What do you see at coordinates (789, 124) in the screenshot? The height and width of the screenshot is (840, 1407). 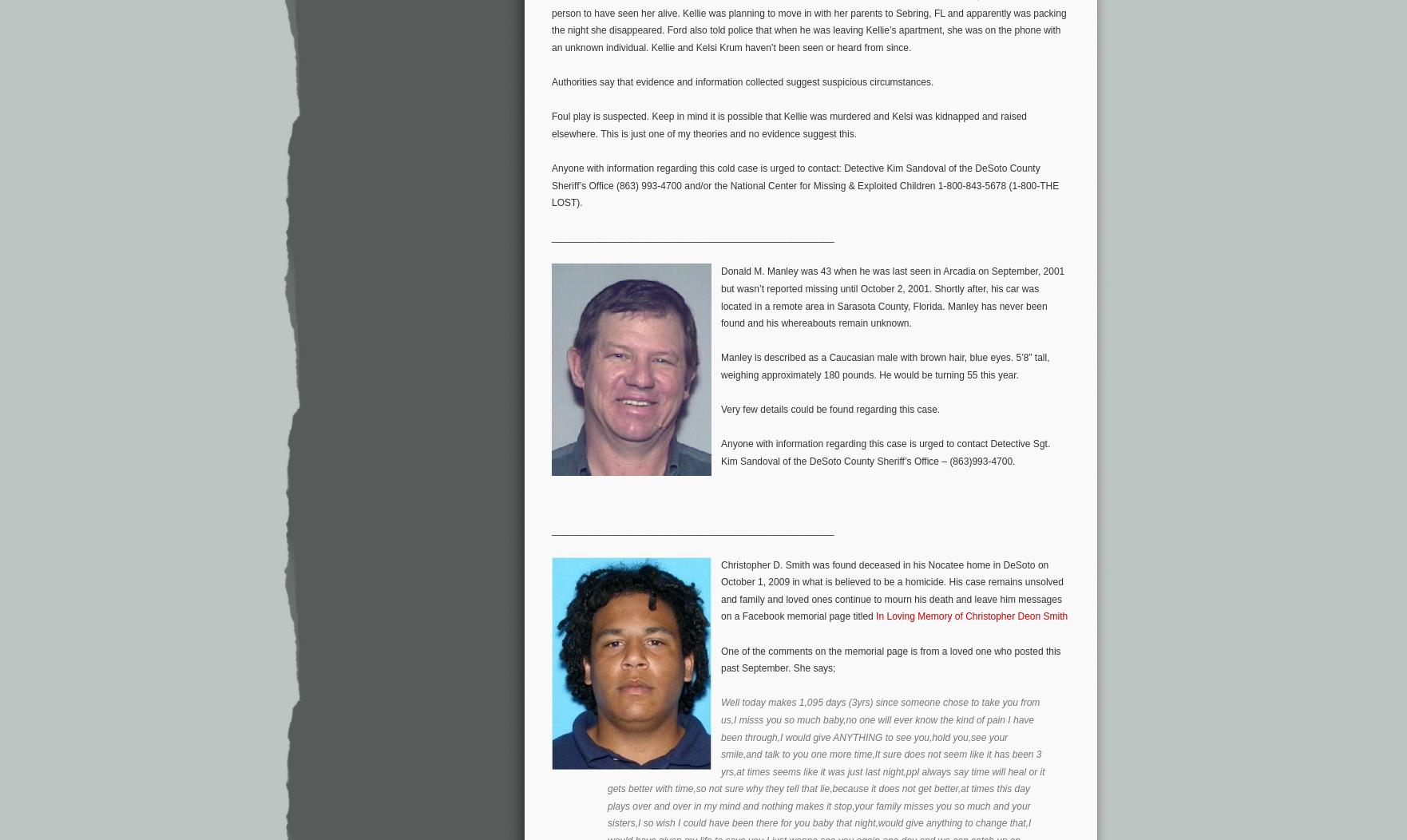 I see `'Foul play is suspected. Keep in mind it is possible that Kellie was murdered and Kelsi was kidnapped and raised elsewhere. This is just one of my theories and no evidence suggest this.'` at bounding box center [789, 124].